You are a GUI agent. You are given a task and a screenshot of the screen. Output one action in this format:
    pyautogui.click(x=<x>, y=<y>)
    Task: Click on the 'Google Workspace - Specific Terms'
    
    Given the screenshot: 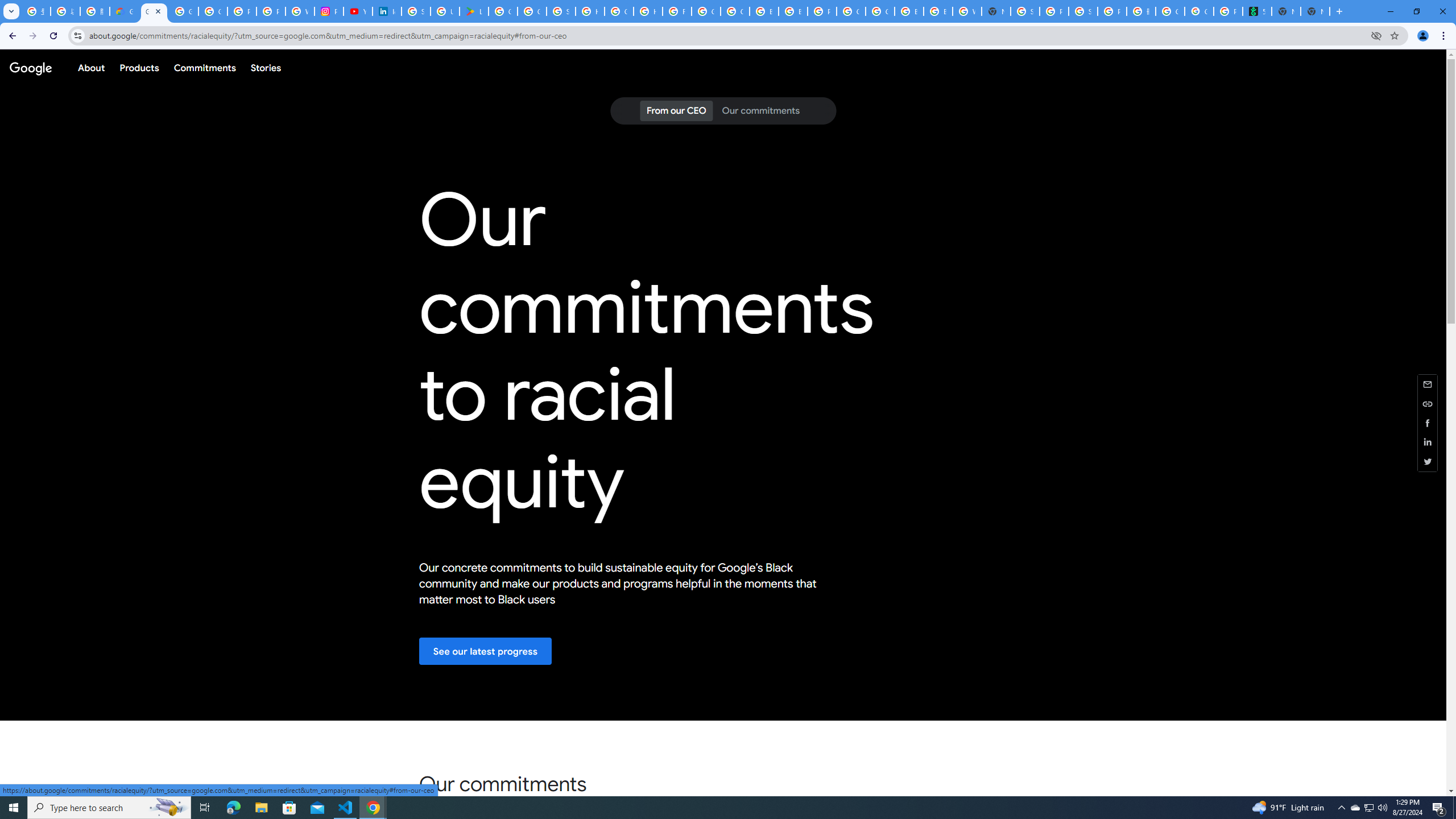 What is the action you would take?
    pyautogui.click(x=531, y=11)
    